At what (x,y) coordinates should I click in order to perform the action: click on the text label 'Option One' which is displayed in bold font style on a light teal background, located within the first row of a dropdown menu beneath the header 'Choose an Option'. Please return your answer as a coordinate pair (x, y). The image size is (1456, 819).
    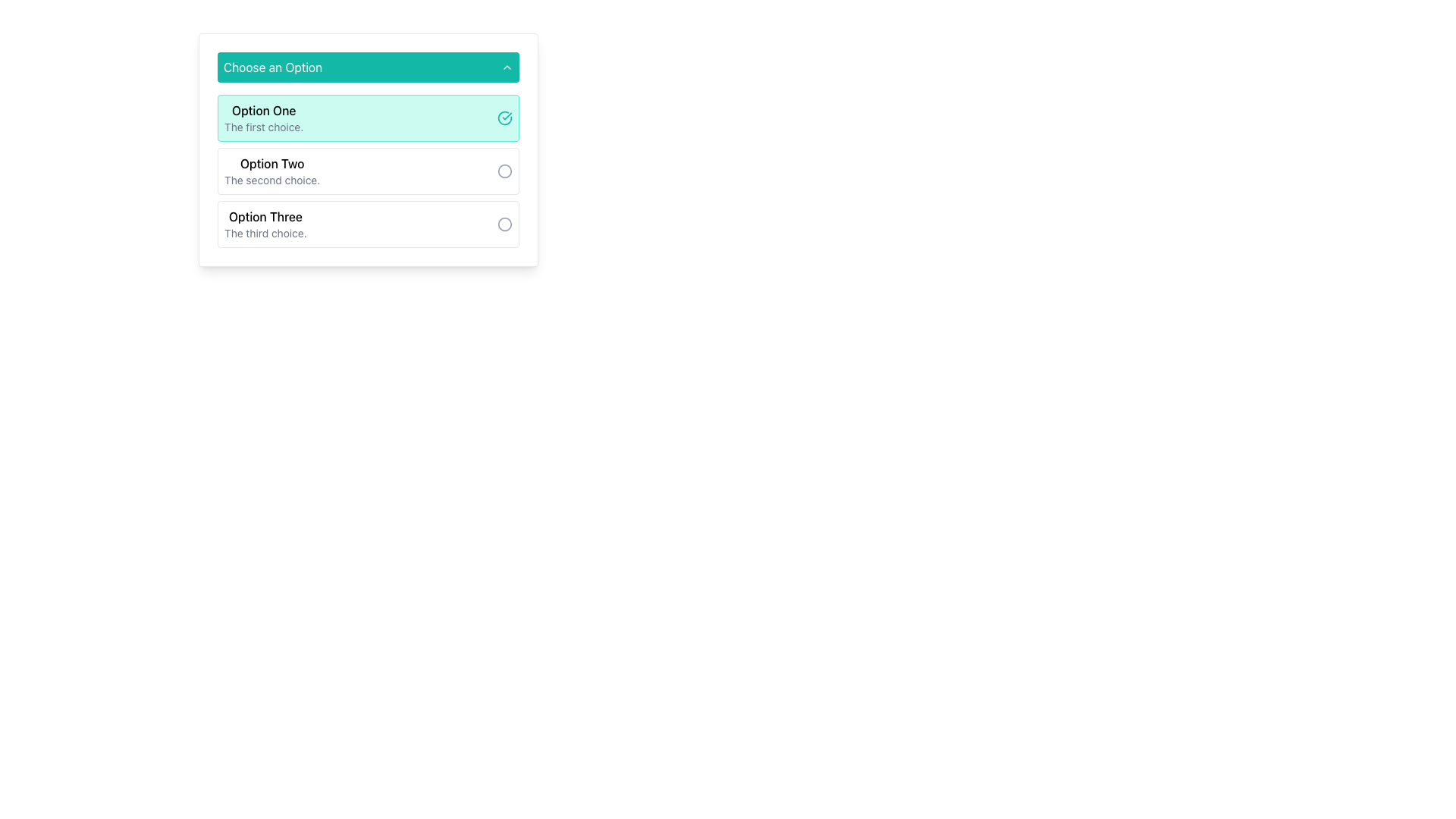
    Looking at the image, I should click on (264, 110).